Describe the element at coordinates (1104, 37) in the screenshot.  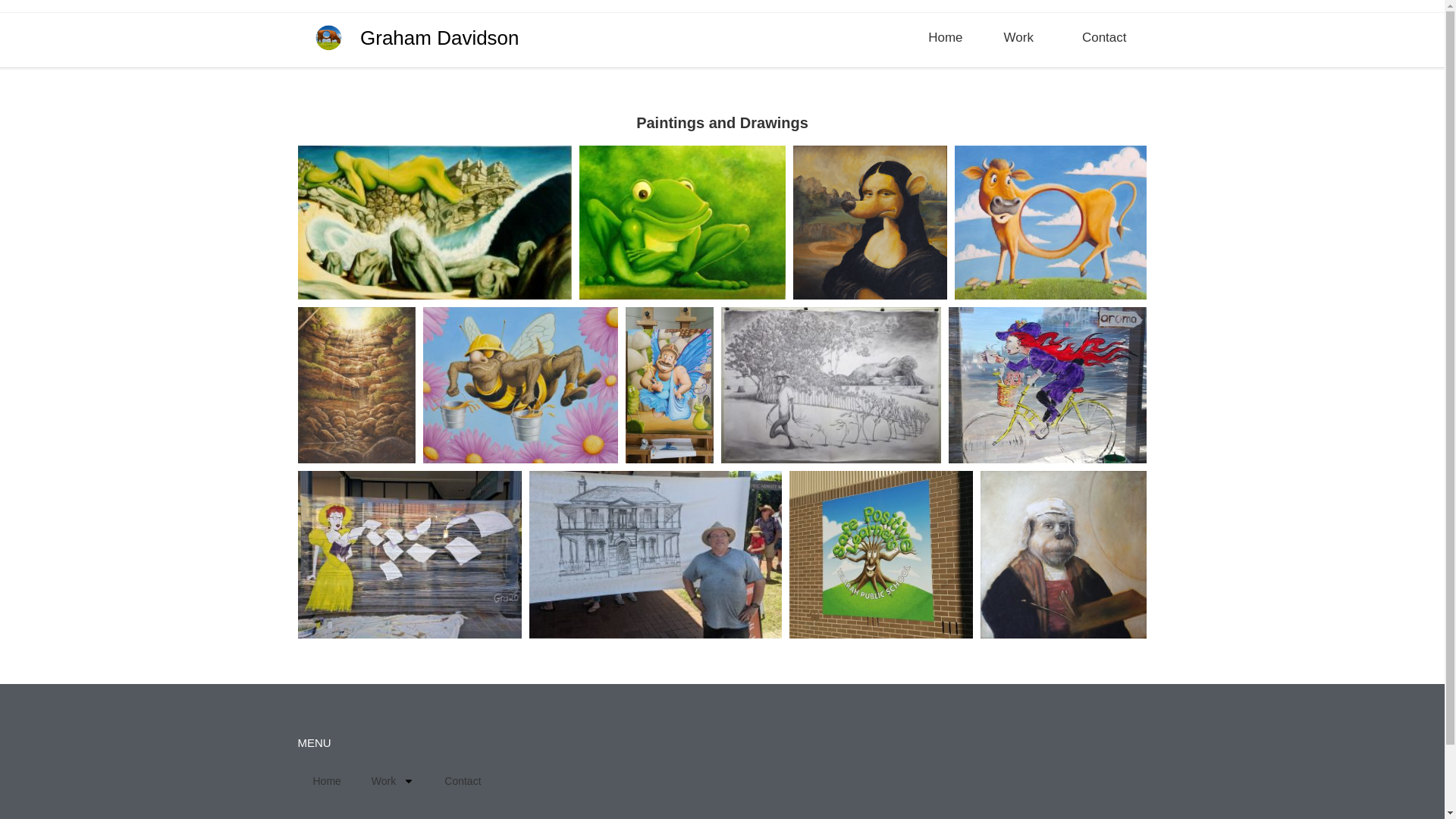
I see `'Contact'` at that location.